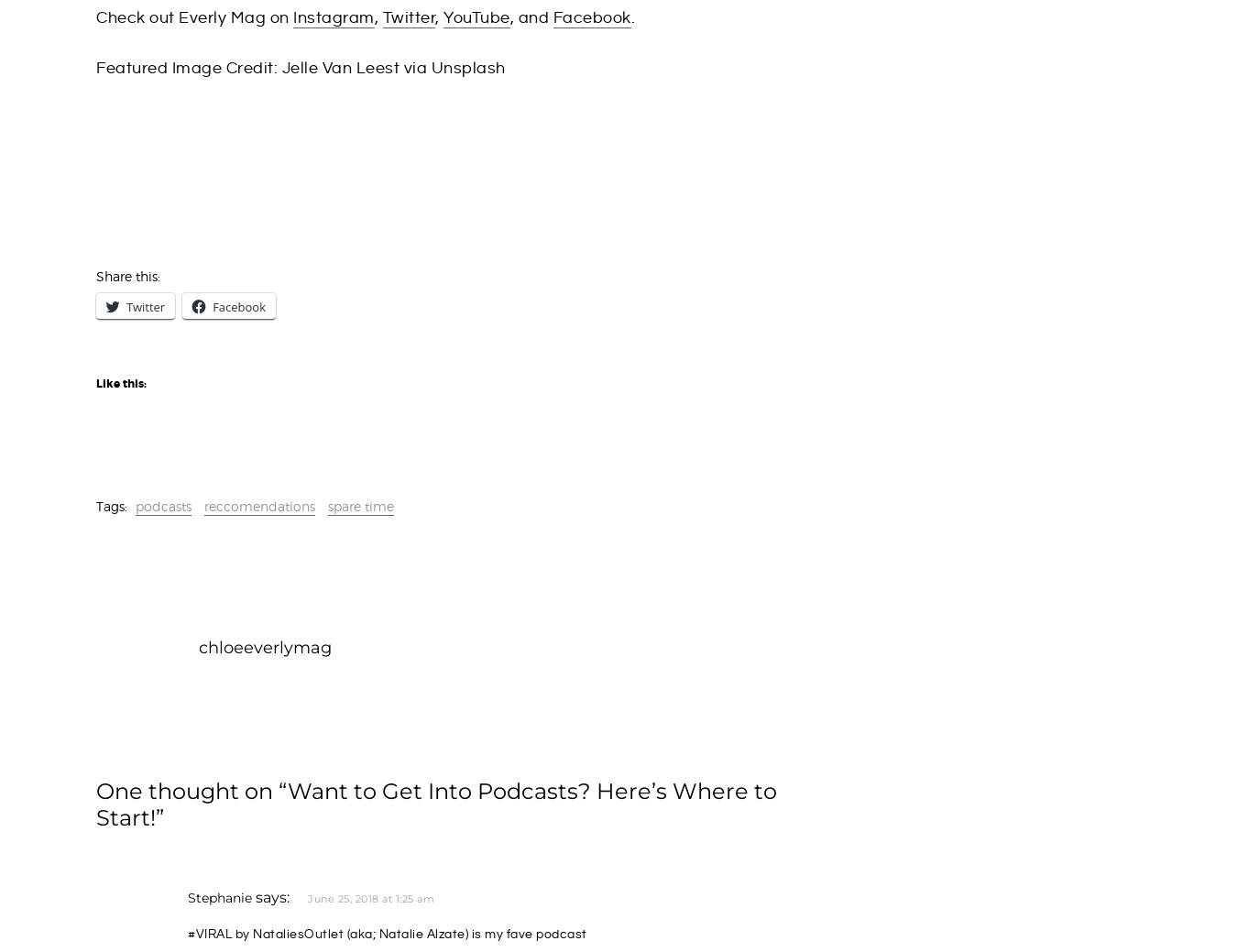 The image size is (1237, 952). What do you see at coordinates (198, 646) in the screenshot?
I see `'chloeeverlymag'` at bounding box center [198, 646].